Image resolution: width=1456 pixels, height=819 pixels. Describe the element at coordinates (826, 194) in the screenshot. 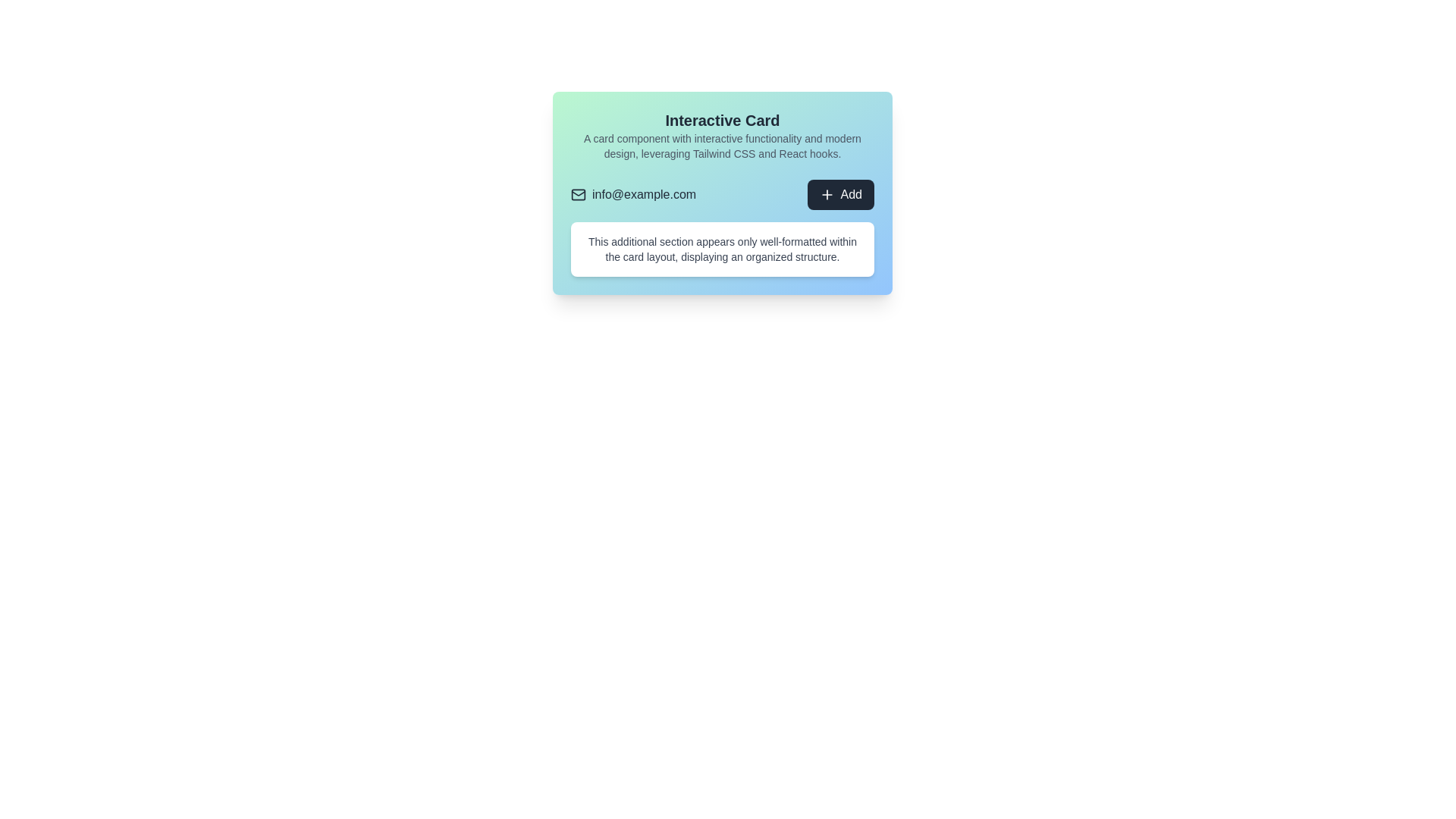

I see `the appearance of the '+' icon located within the 'Add' button in the top-right area of the card` at that location.